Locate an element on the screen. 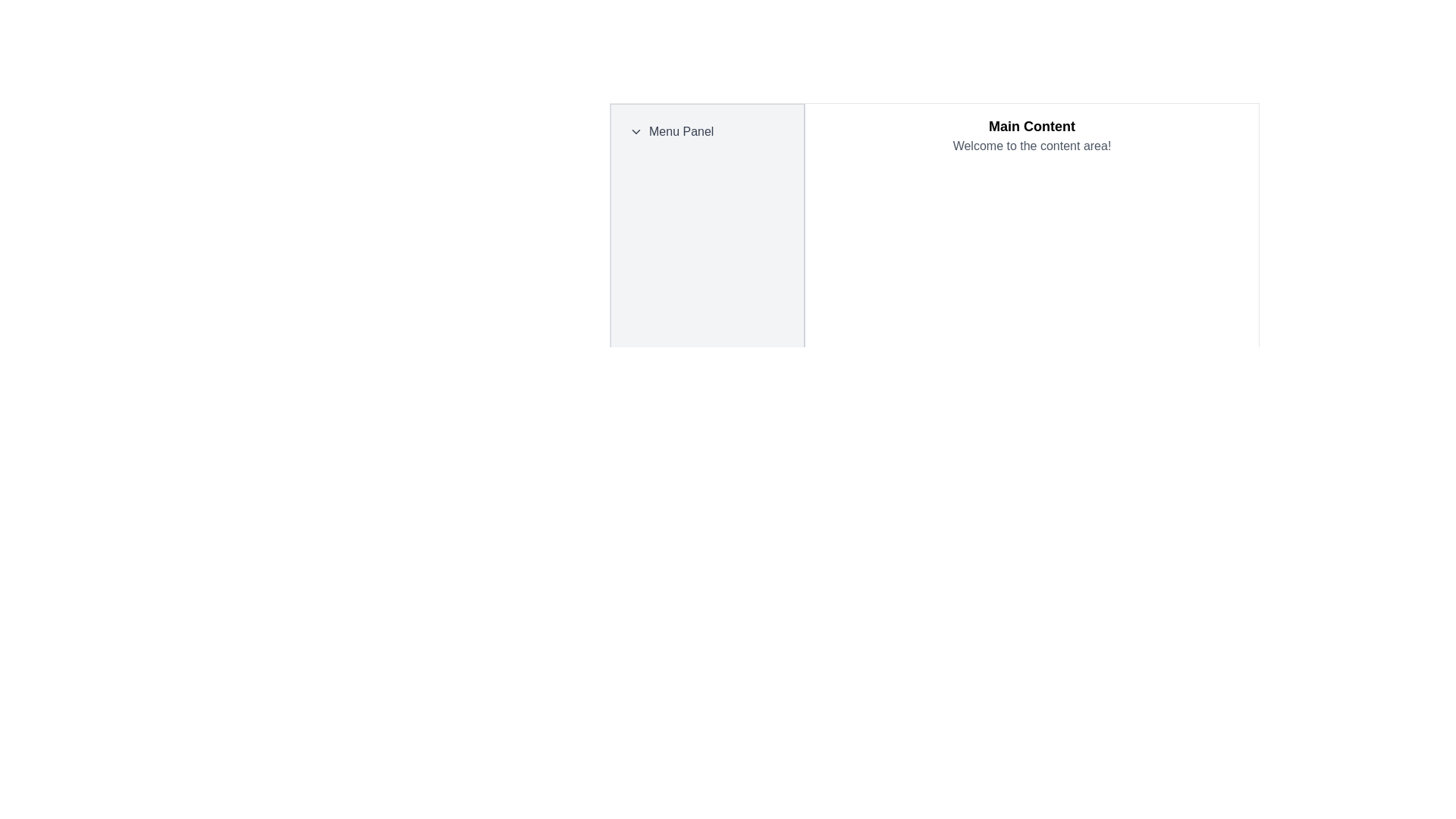  text content of the descriptive title text label located at the top-left corner of the left-hand panel, to the right of the chevron icon is located at coordinates (680, 130).